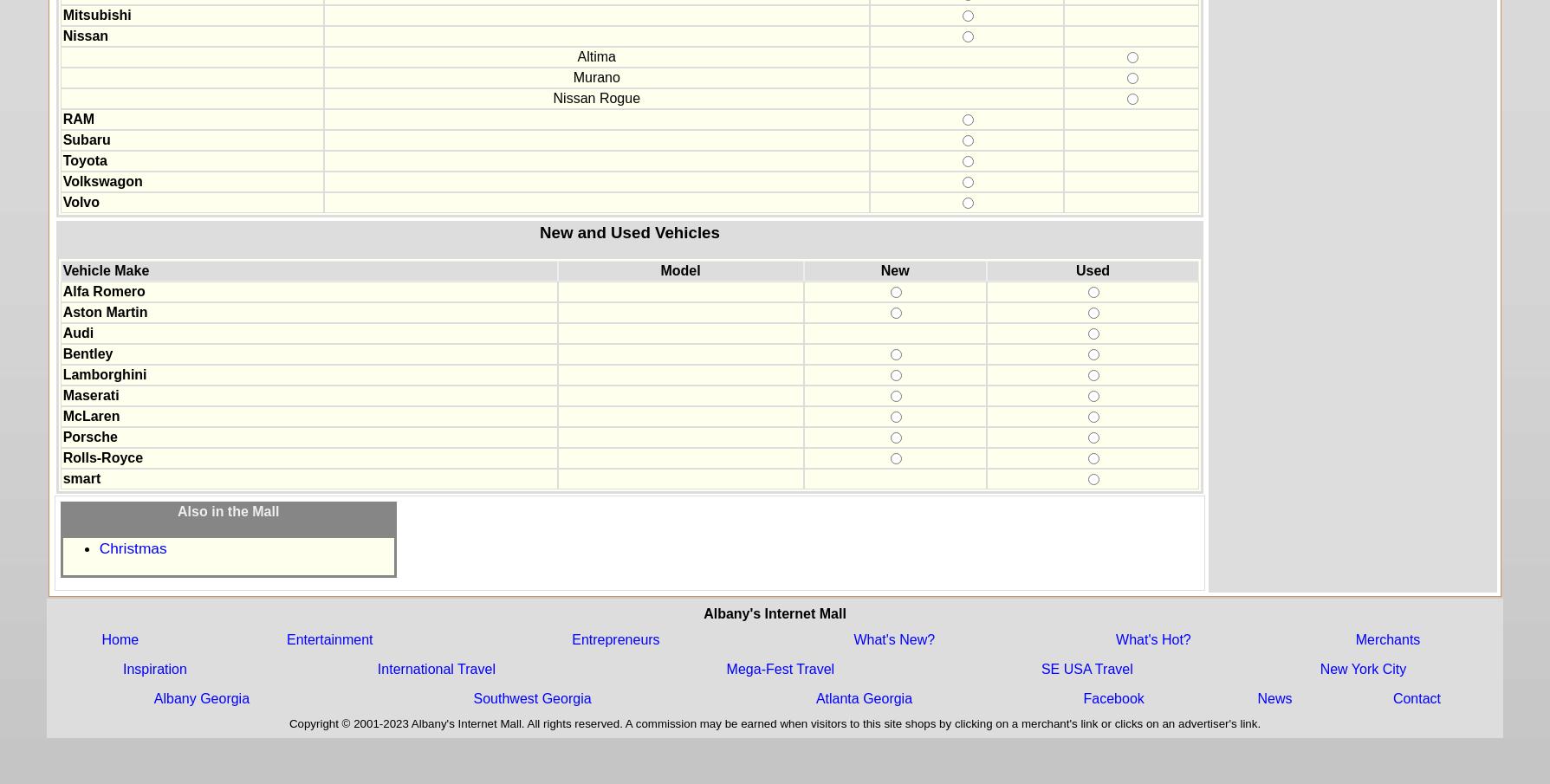  Describe the element at coordinates (779, 668) in the screenshot. I see `'Mega-Fest Travel'` at that location.